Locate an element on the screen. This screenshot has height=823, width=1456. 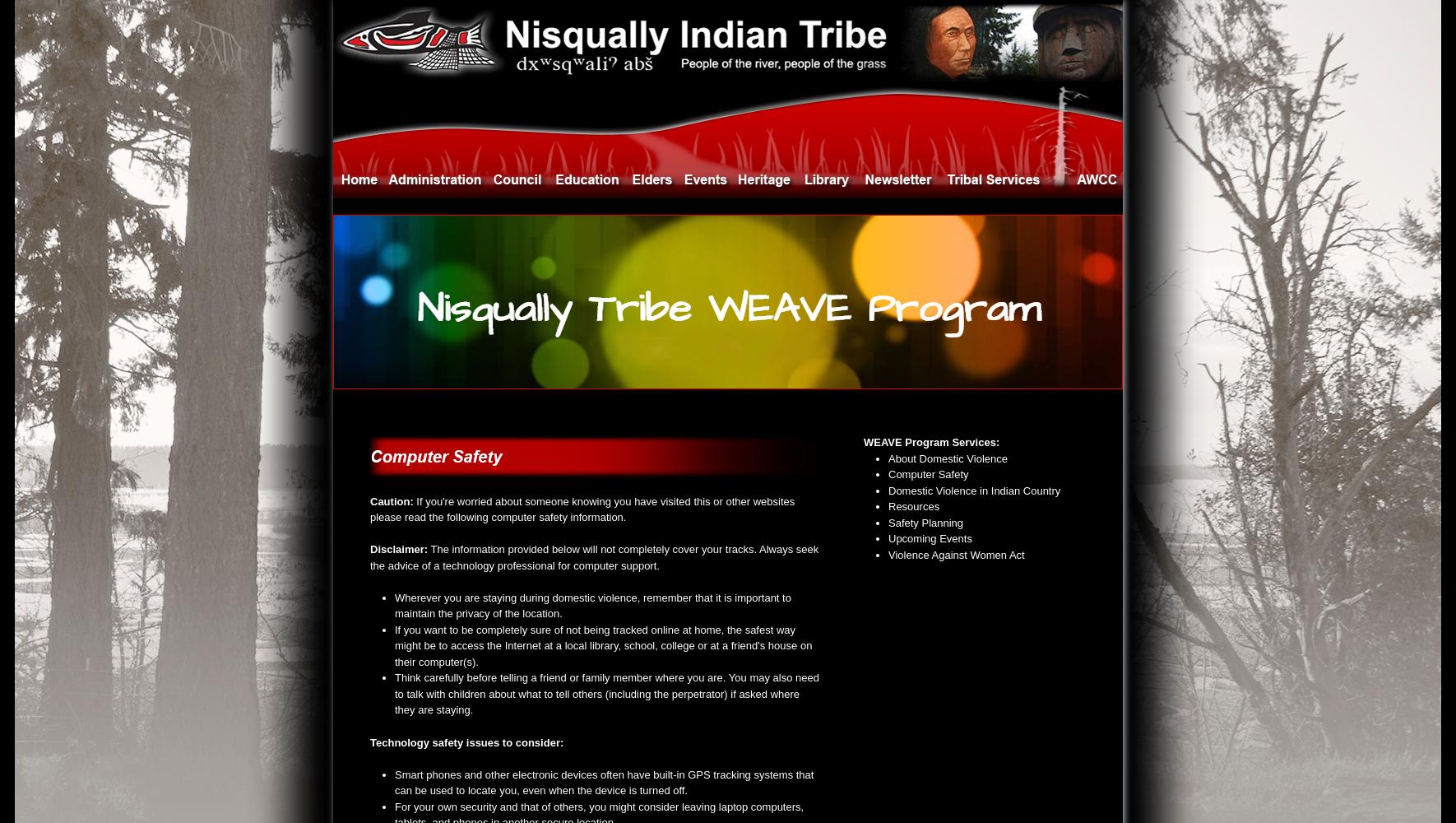
'Think carefully before telling a friend or family member where you are. You may also need to talk with children about what to tell others (including the perpetrator) if asked where they are staying.' is located at coordinates (605, 693).